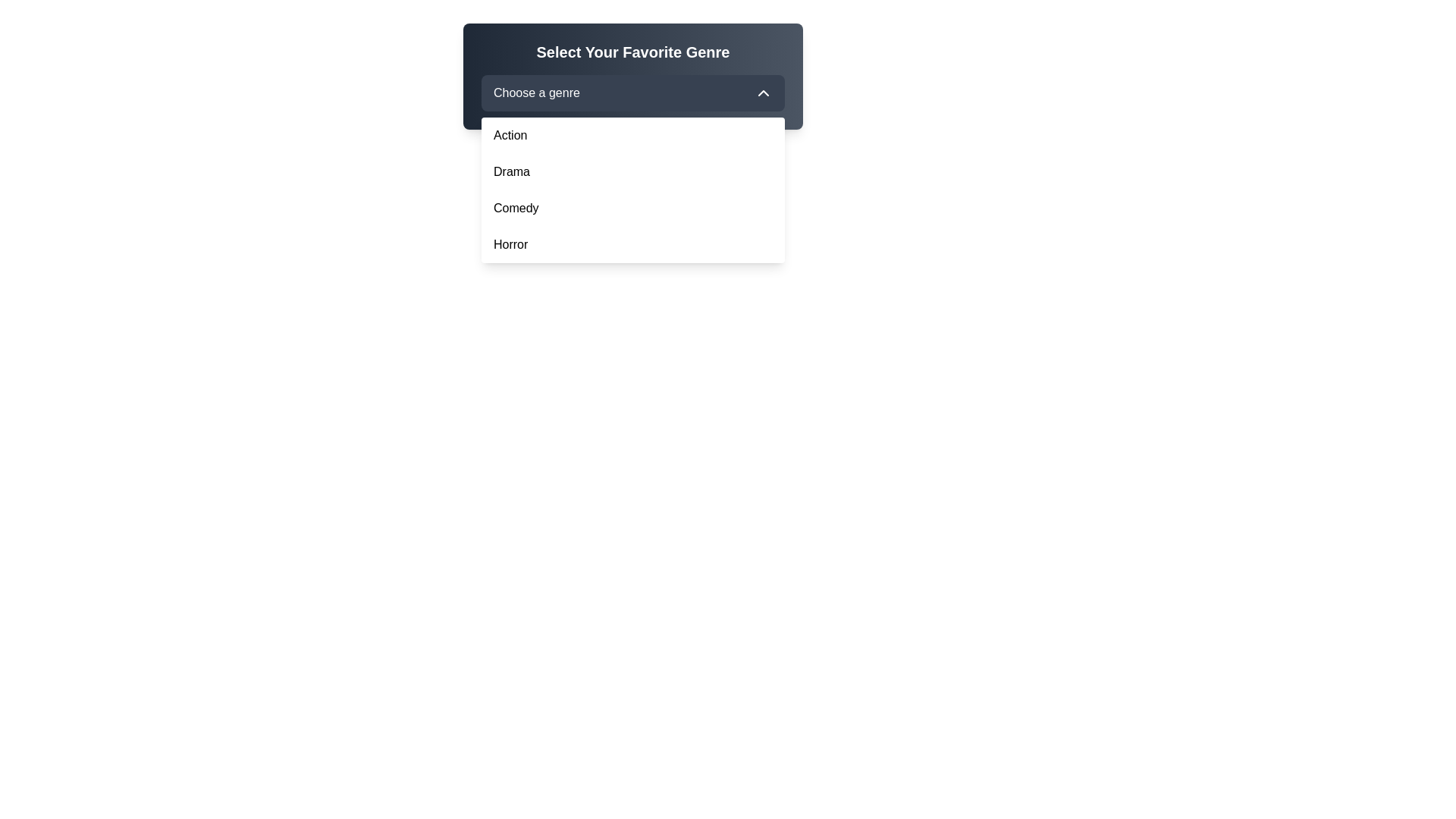 This screenshot has width=1456, height=819. Describe the element at coordinates (633, 208) in the screenshot. I see `the 'Comedy' category option in the dropdown menu` at that location.